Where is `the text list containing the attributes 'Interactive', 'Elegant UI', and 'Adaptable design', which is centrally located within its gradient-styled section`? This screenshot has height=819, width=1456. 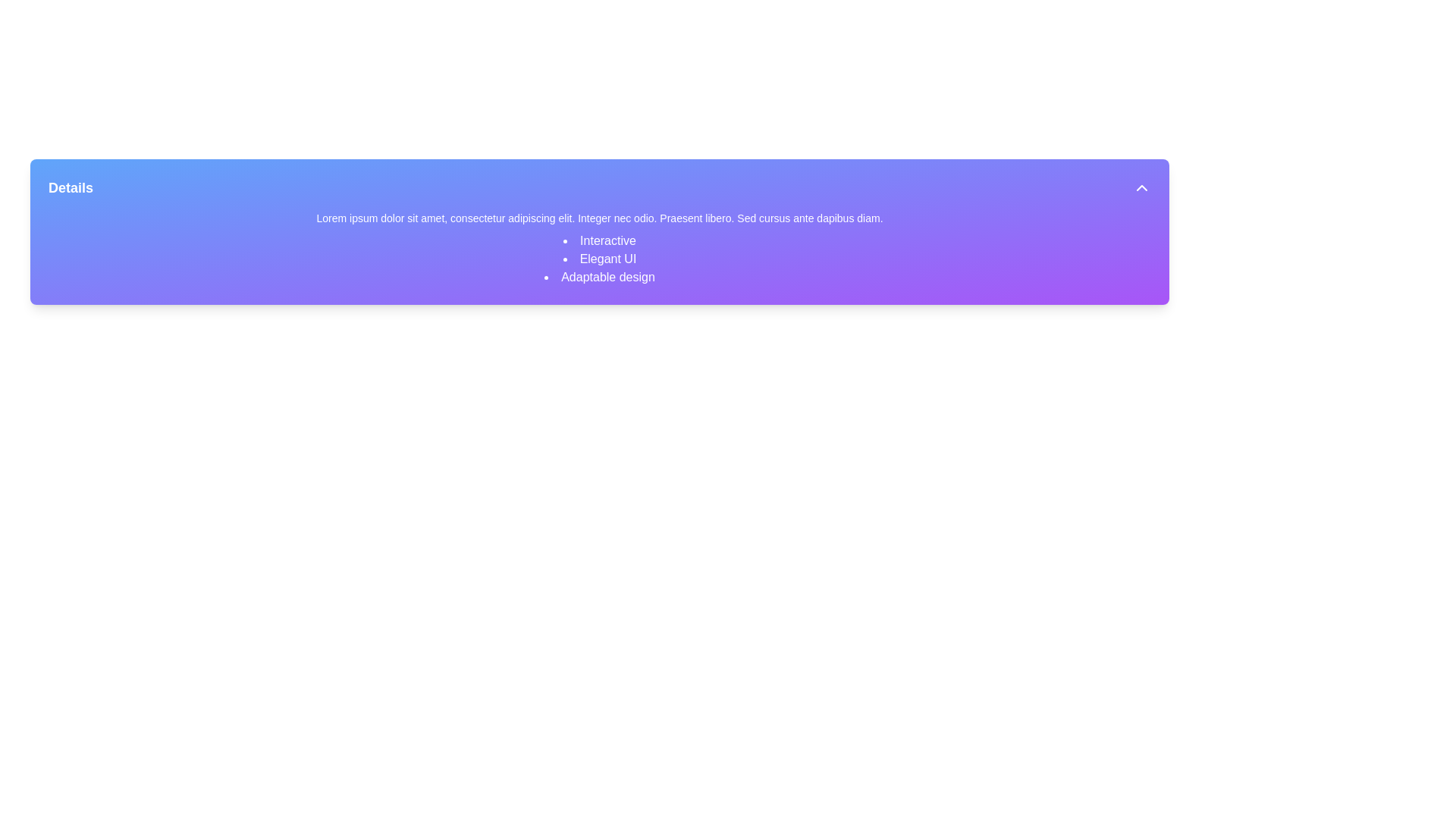 the text list containing the attributes 'Interactive', 'Elegant UI', and 'Adaptable design', which is centrally located within its gradient-styled section is located at coordinates (599, 259).